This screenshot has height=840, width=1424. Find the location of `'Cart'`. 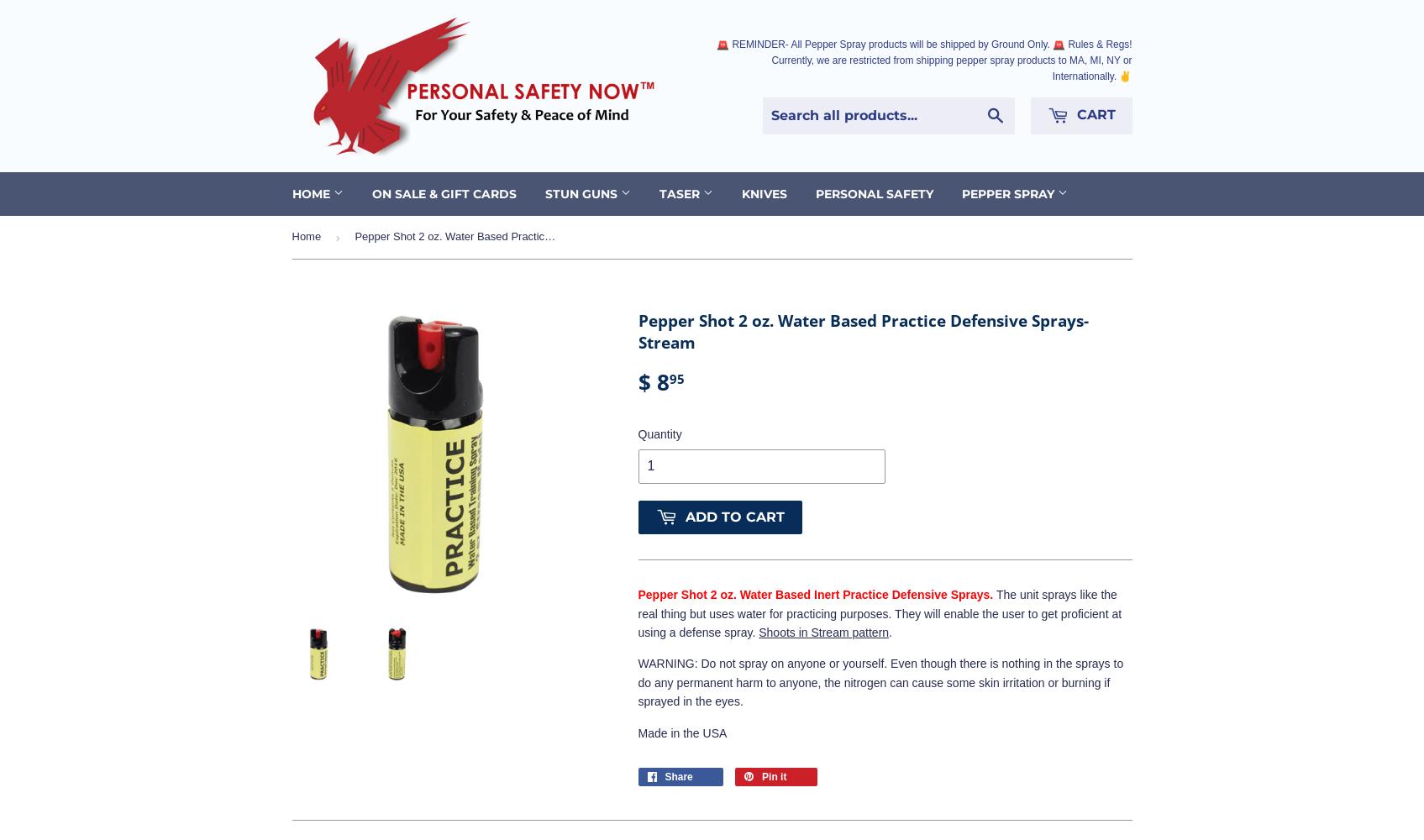

'Cart' is located at coordinates (1070, 114).